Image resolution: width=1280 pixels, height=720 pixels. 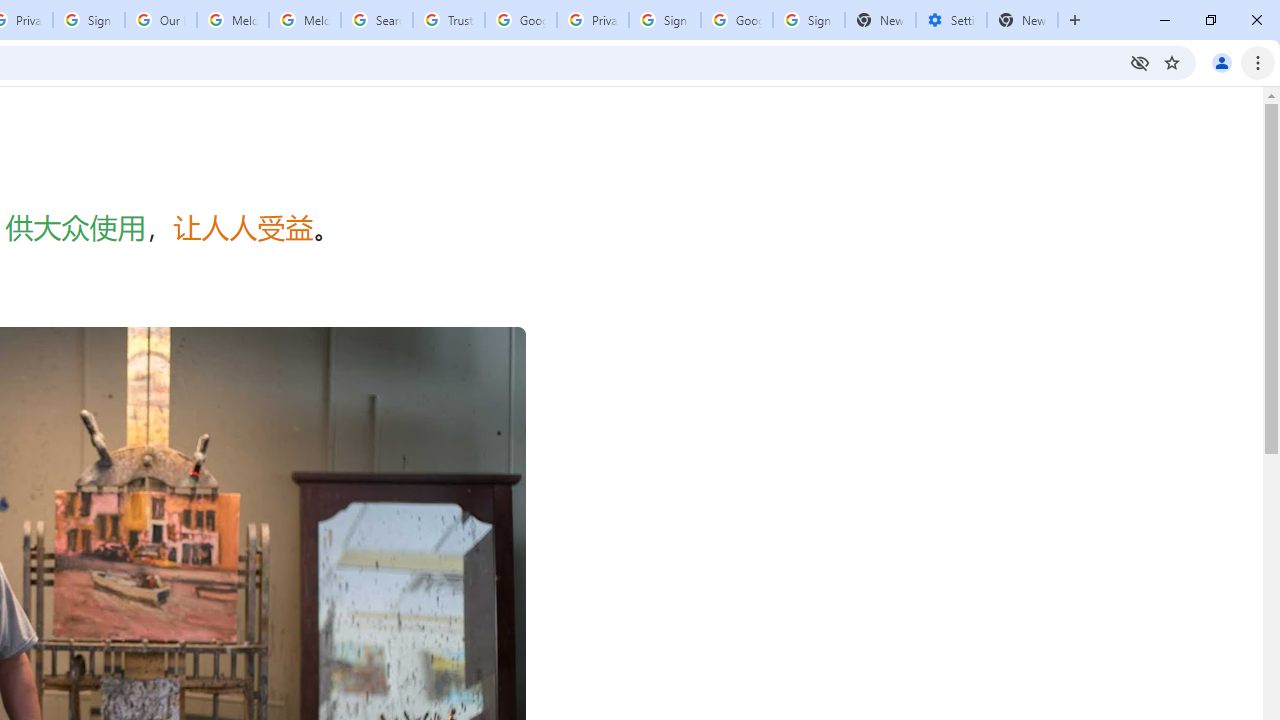 I want to click on 'Google Cybersecurity Innovations - Google Safety Center', so click(x=736, y=20).